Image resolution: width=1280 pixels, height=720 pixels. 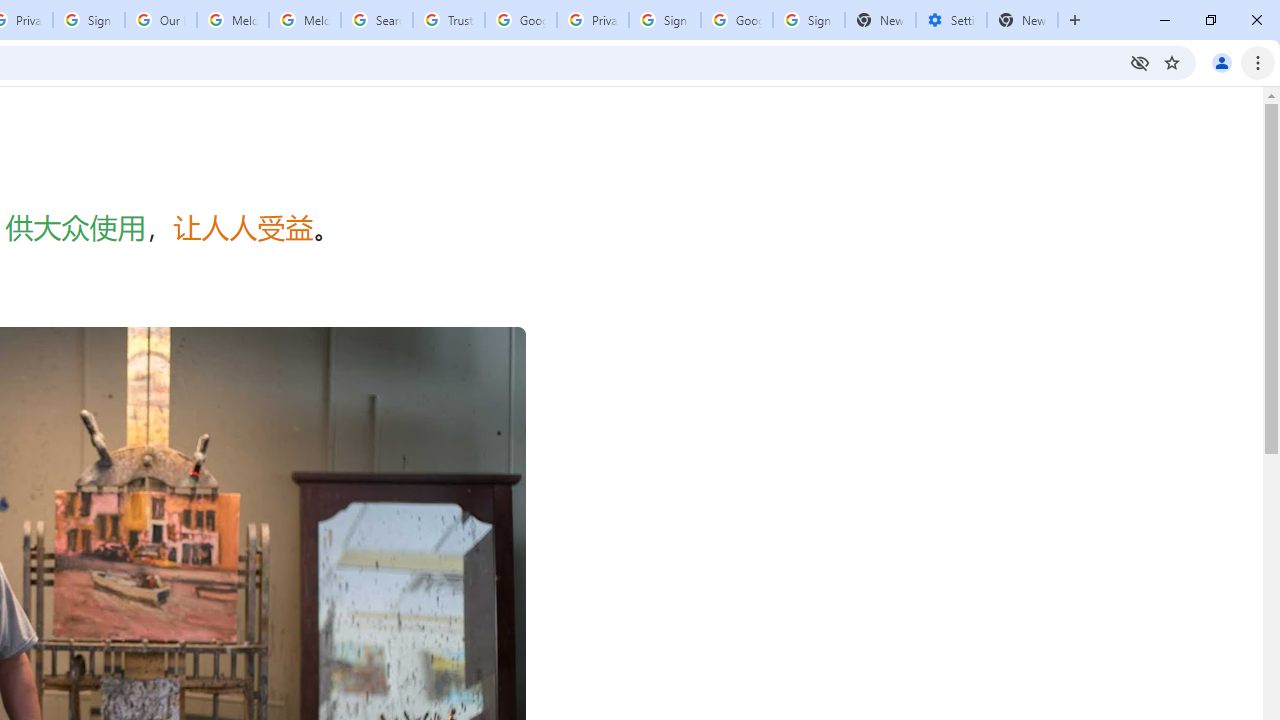 I want to click on 'Google Cybersecurity Innovations - Google Safety Center', so click(x=736, y=20).